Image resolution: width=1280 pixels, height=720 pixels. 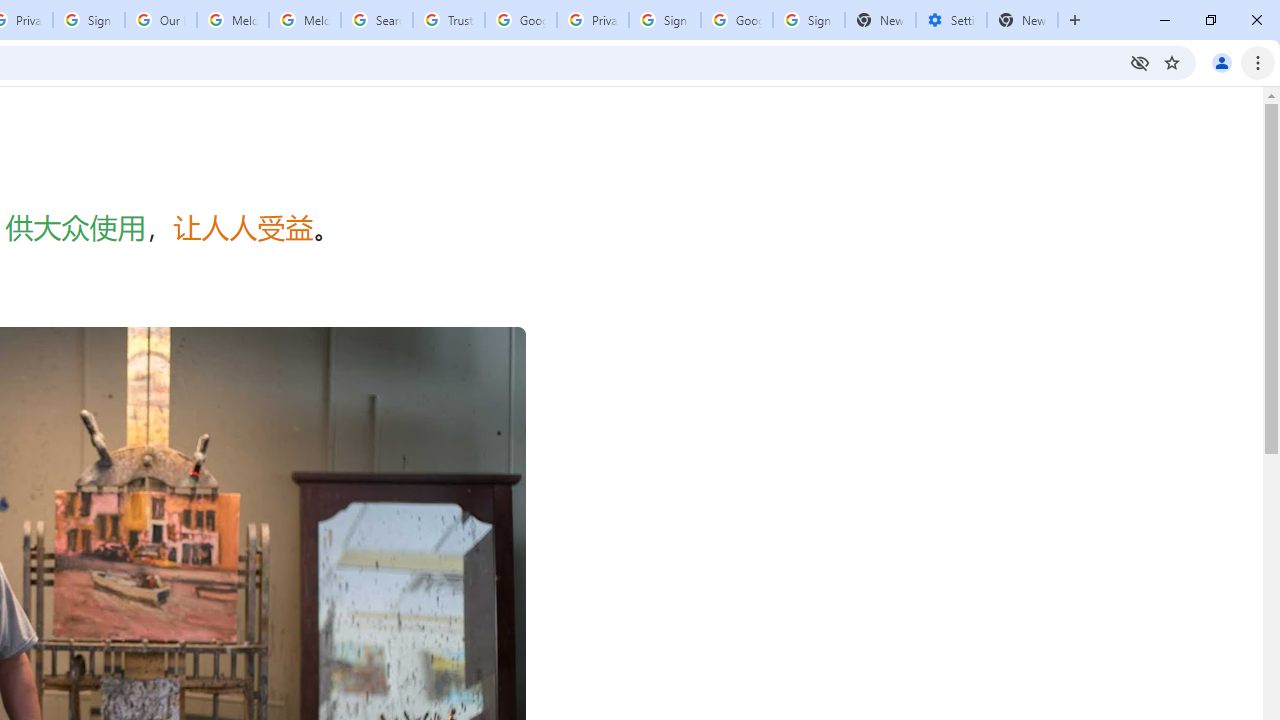 I want to click on 'Google Cybersecurity Innovations - Google Safety Center', so click(x=736, y=20).